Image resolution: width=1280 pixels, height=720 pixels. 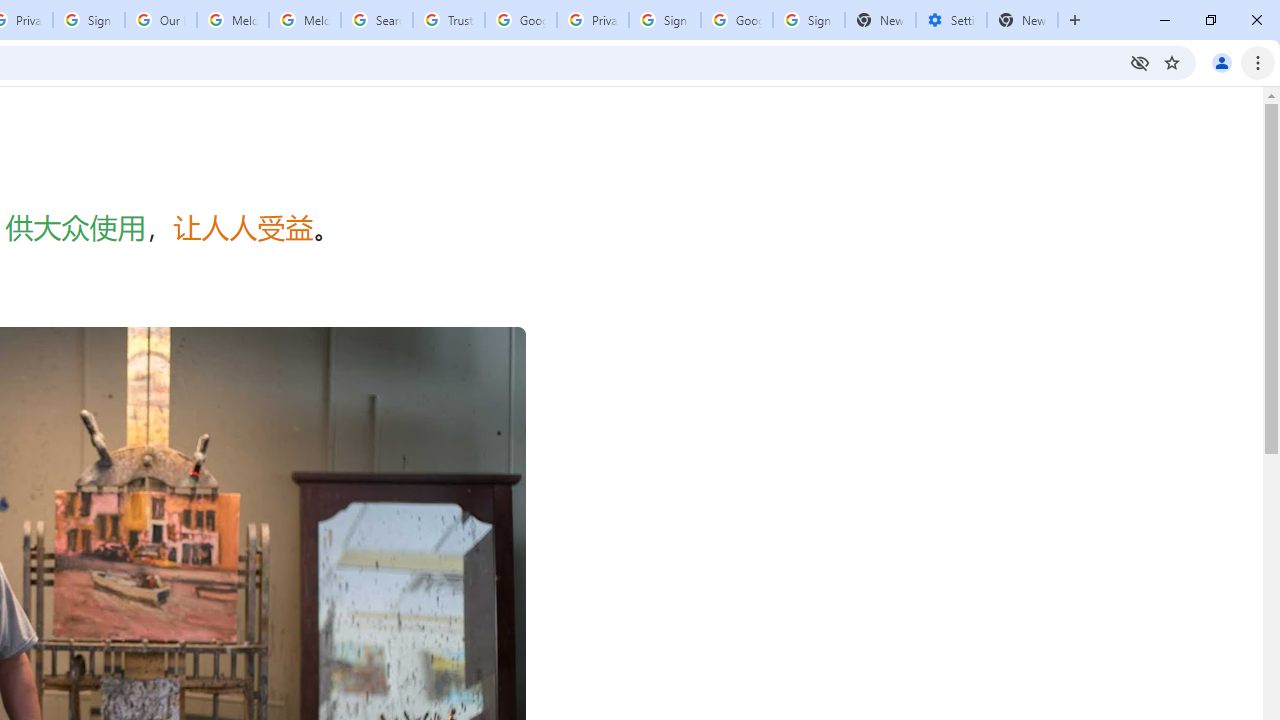 I want to click on 'Google Cybersecurity Innovations - Google Safety Center', so click(x=736, y=20).